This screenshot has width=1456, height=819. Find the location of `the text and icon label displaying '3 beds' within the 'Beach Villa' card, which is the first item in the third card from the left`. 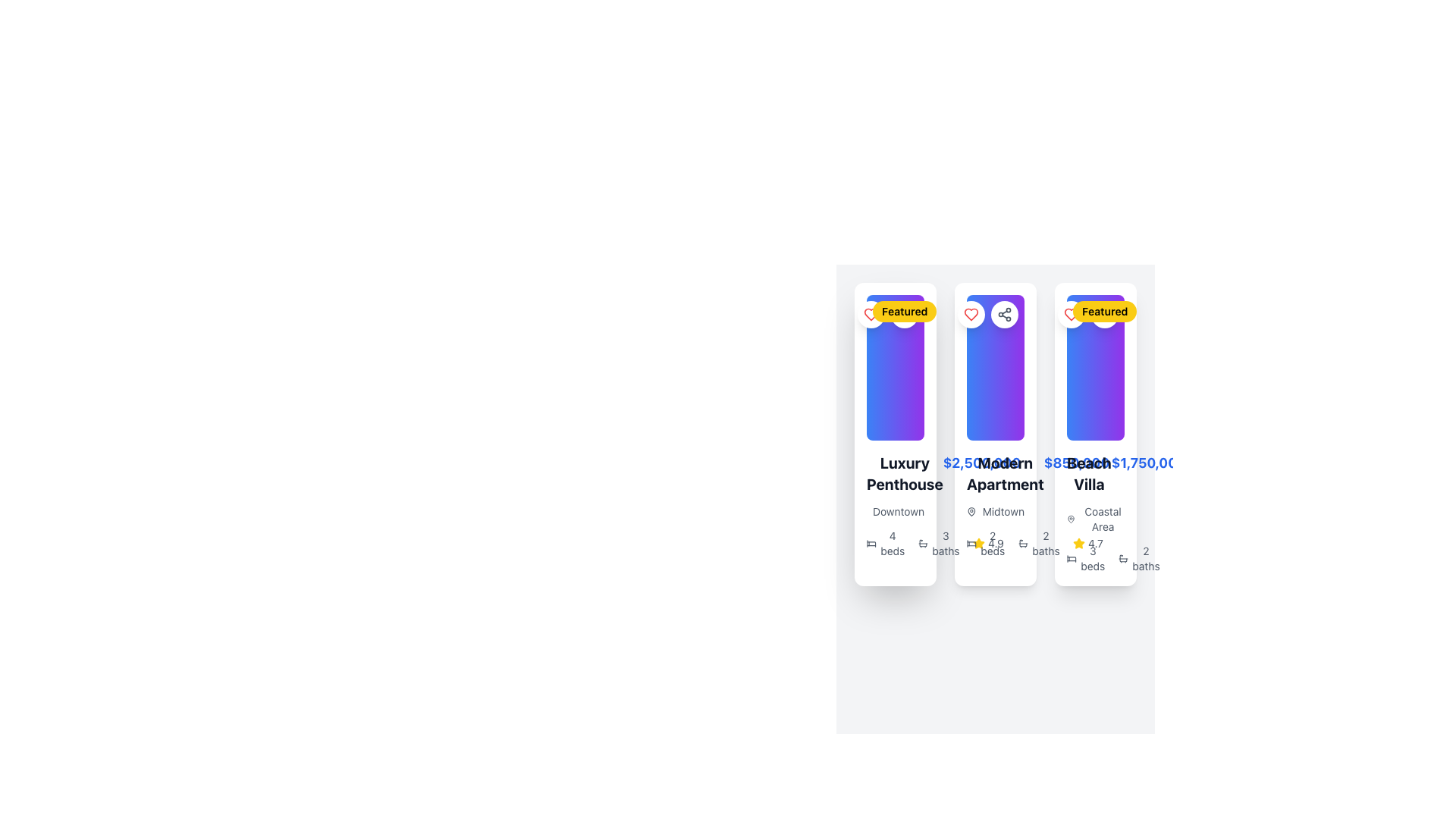

the text and icon label displaying '3 beds' within the 'Beach Villa' card, which is the first item in the third card from the left is located at coordinates (1085, 558).